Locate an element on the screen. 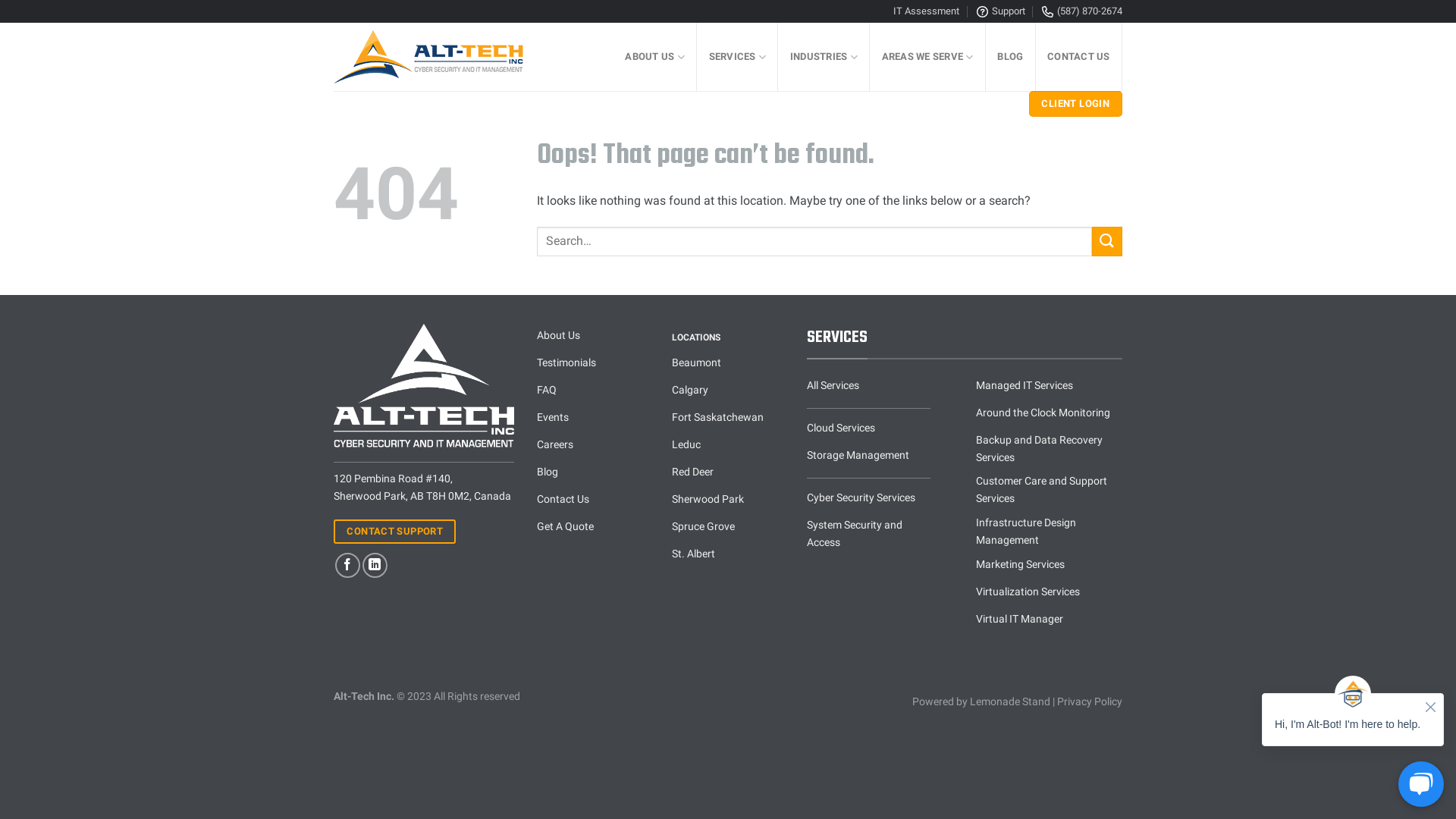 The width and height of the screenshot is (1456, 819). 'CONTACT US' is located at coordinates (1078, 55).